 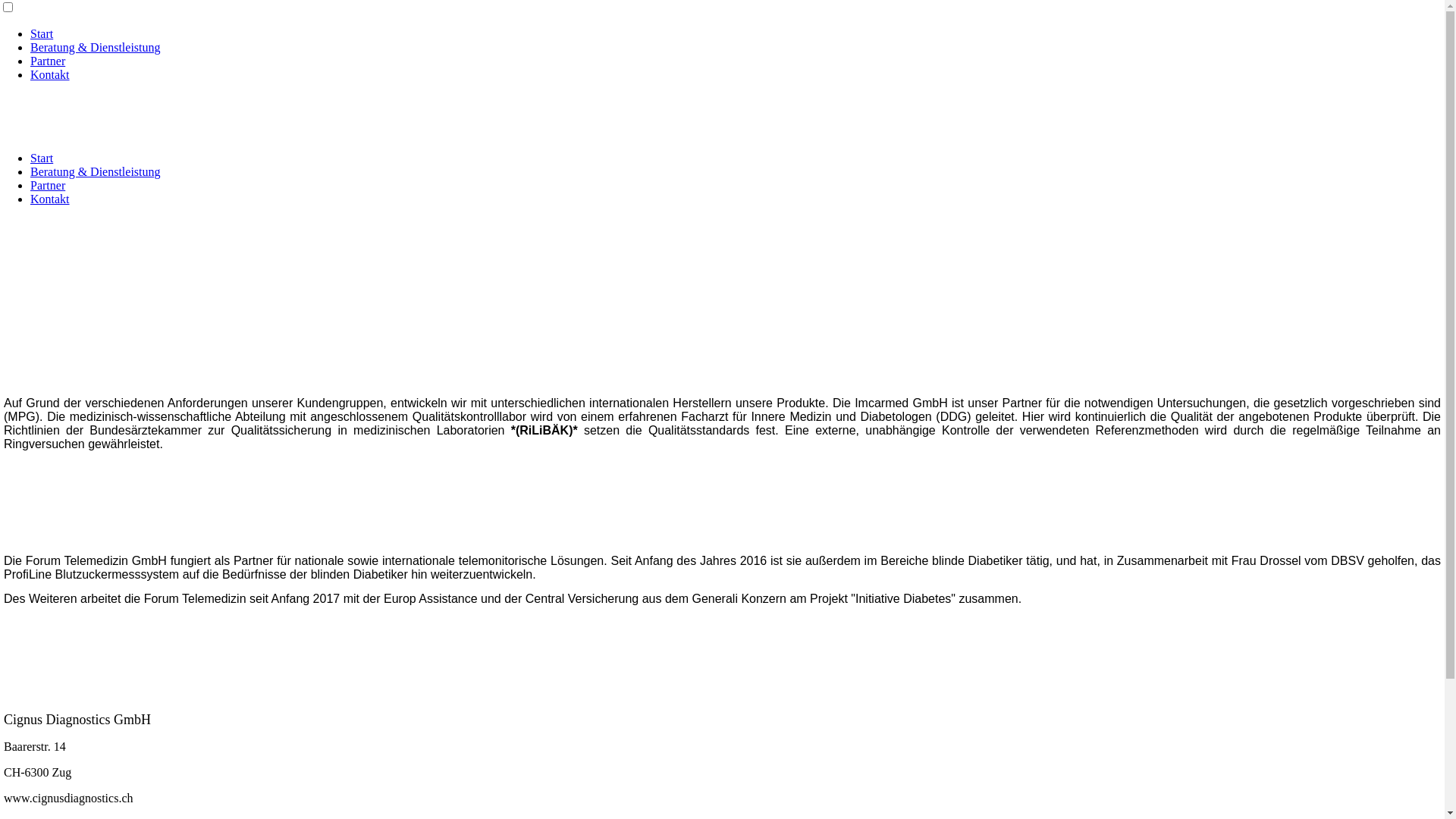 What do you see at coordinates (41, 33) in the screenshot?
I see `'Start'` at bounding box center [41, 33].